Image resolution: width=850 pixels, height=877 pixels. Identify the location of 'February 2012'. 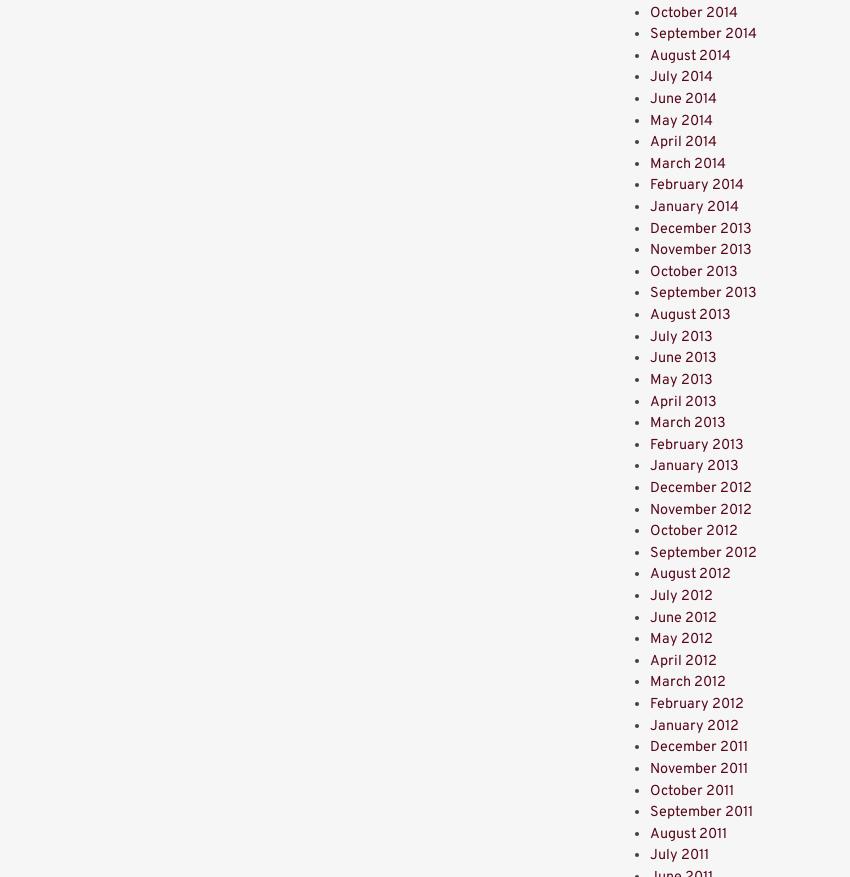
(649, 703).